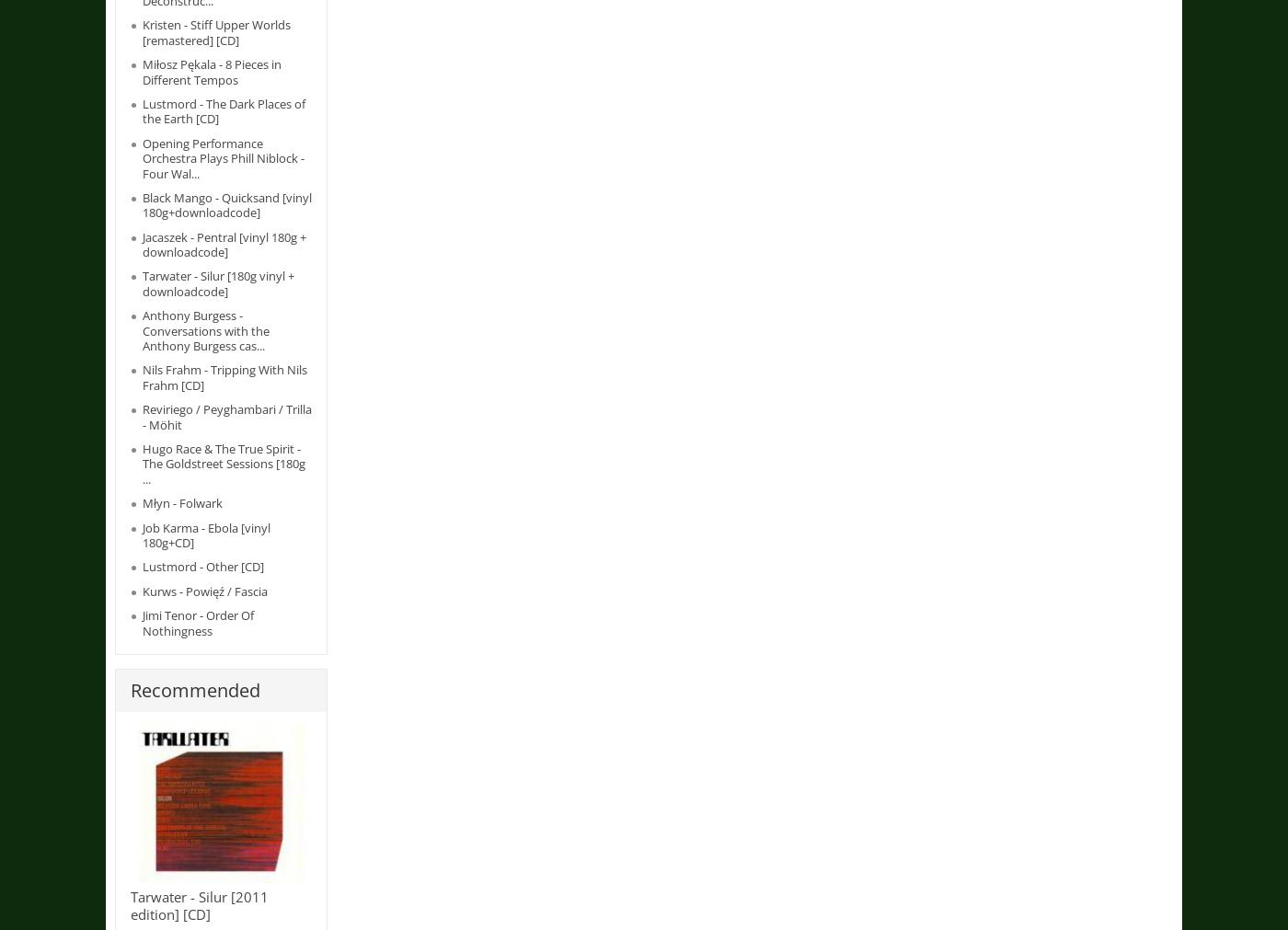 This screenshot has width=1288, height=930. Describe the element at coordinates (218, 282) in the screenshot. I see `'Tarwater - Silur [180g vinyl + downloadcode]'` at that location.